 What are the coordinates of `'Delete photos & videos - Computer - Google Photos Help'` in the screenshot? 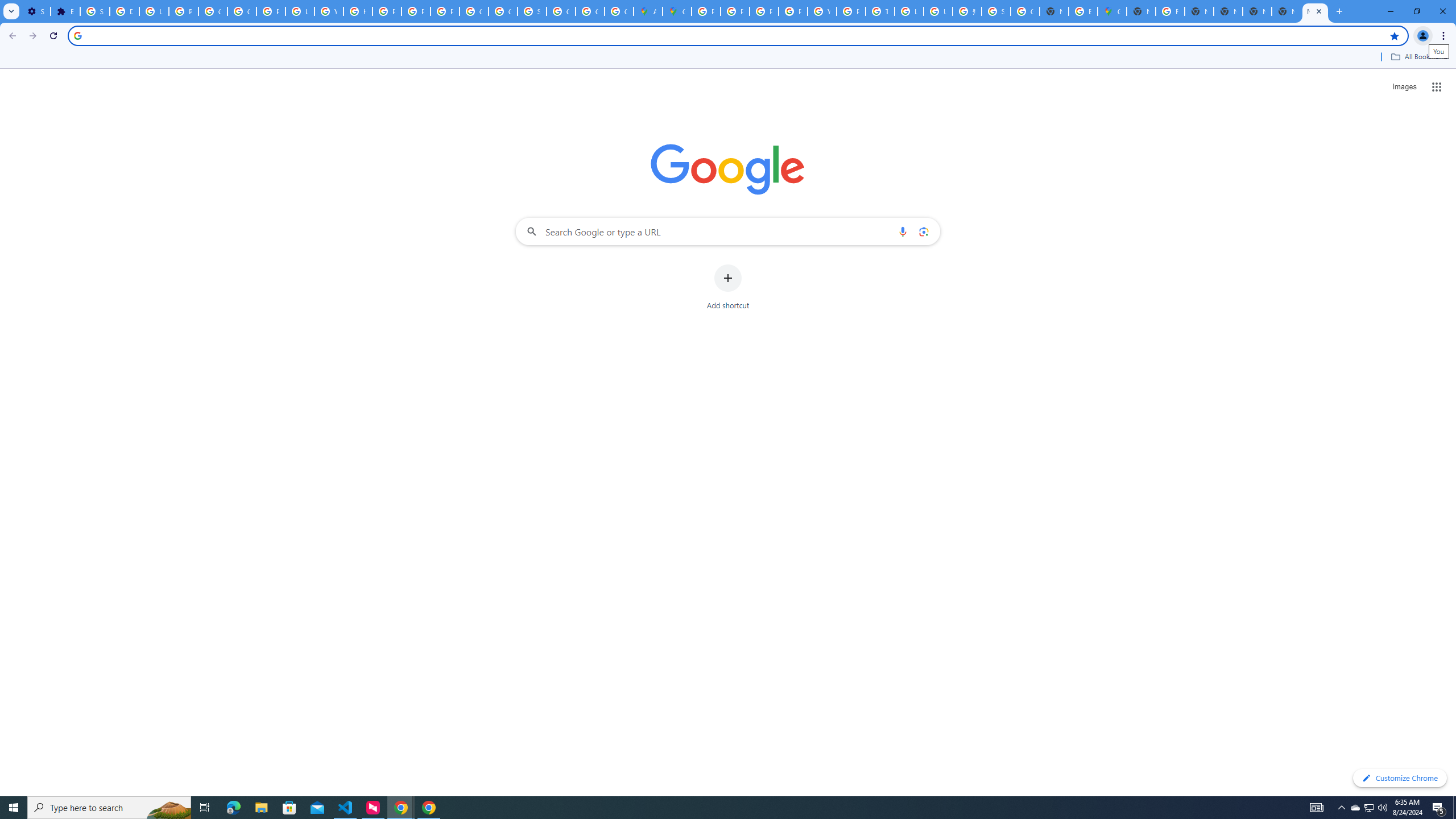 It's located at (123, 11).